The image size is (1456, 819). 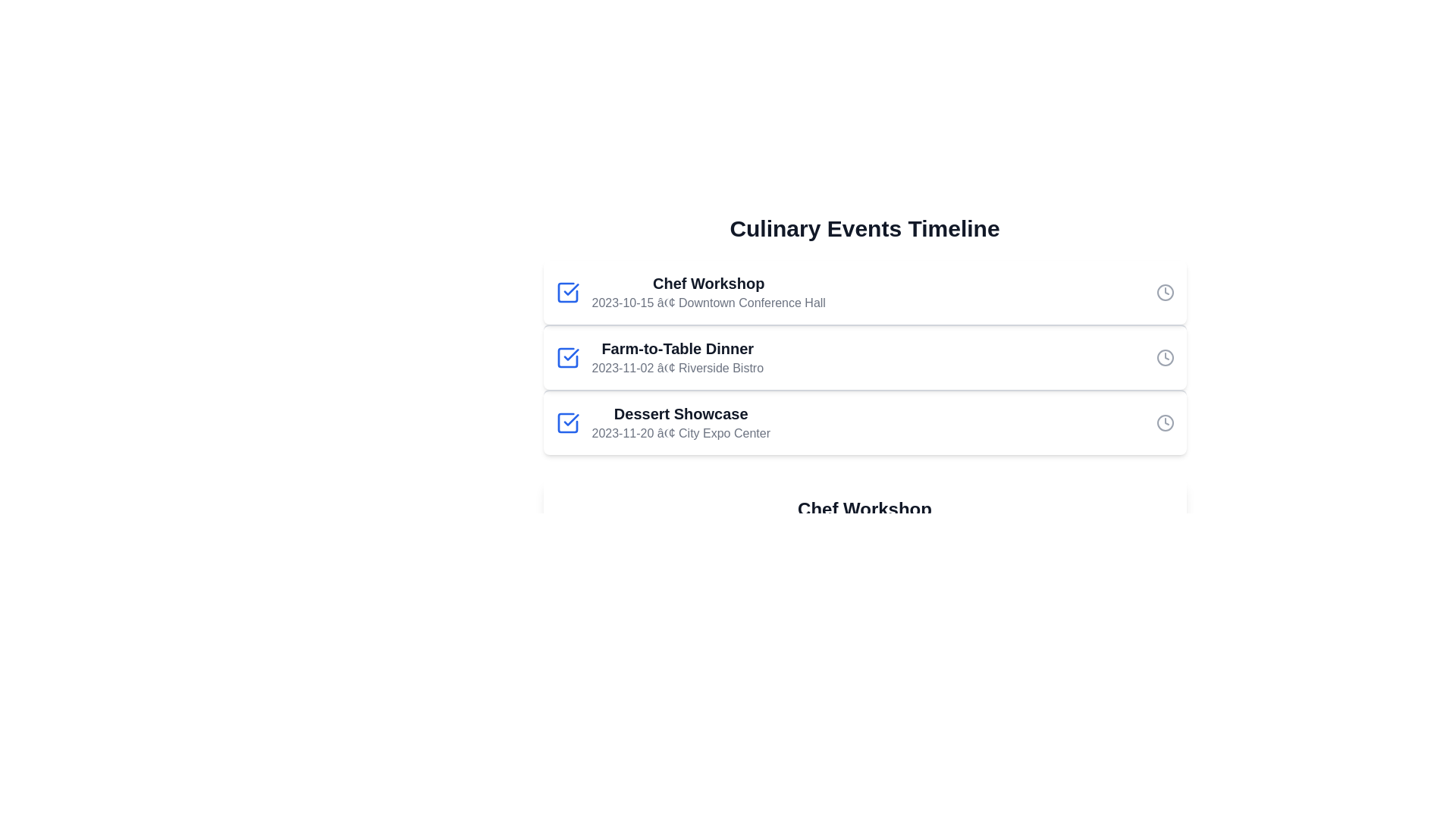 I want to click on properties of the circular SVG element representing the clock face located in the top-right corner of the first row, identified by its center coordinates, so click(x=1164, y=292).